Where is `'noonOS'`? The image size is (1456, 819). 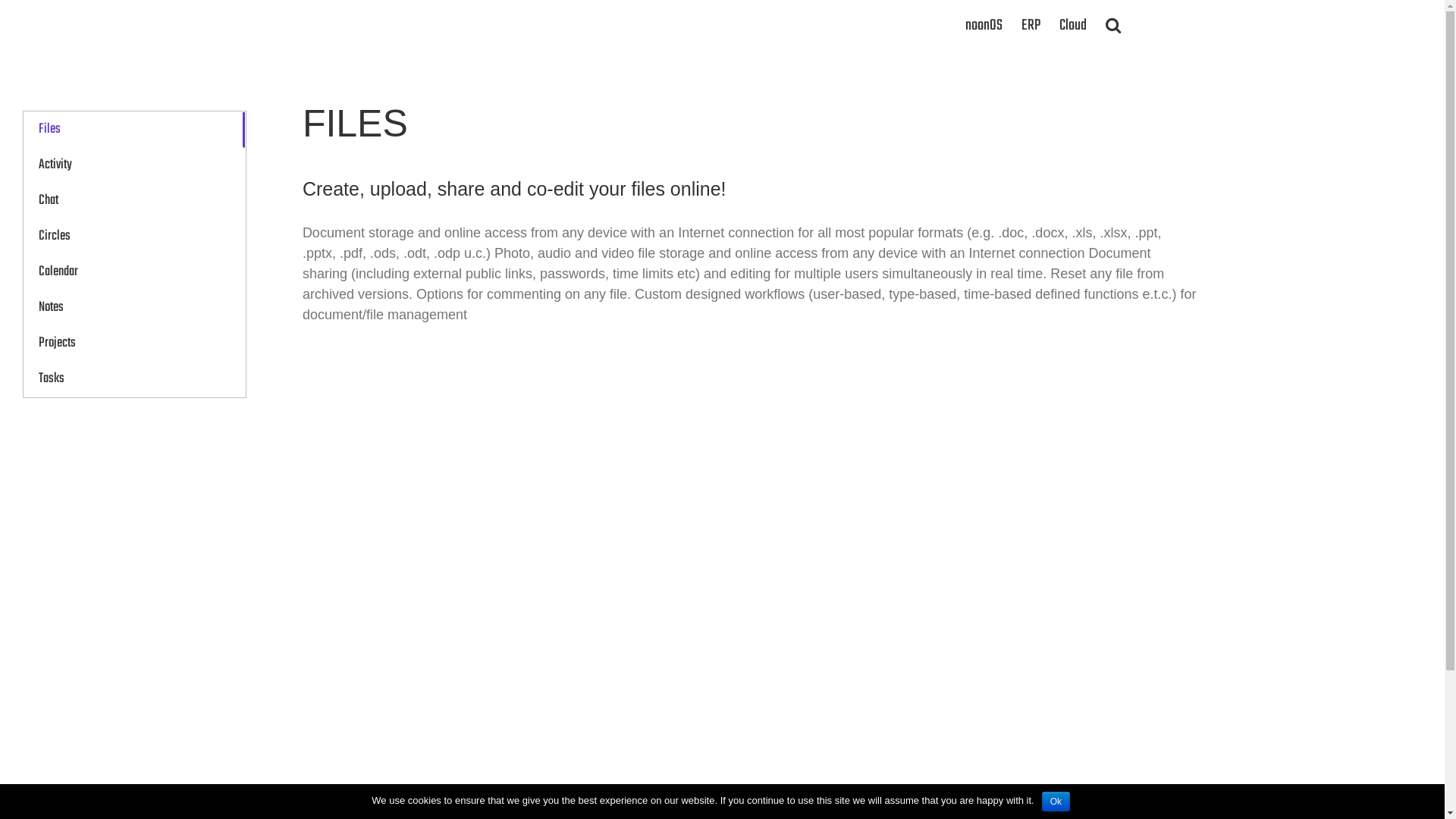
'noonOS' is located at coordinates (983, 24).